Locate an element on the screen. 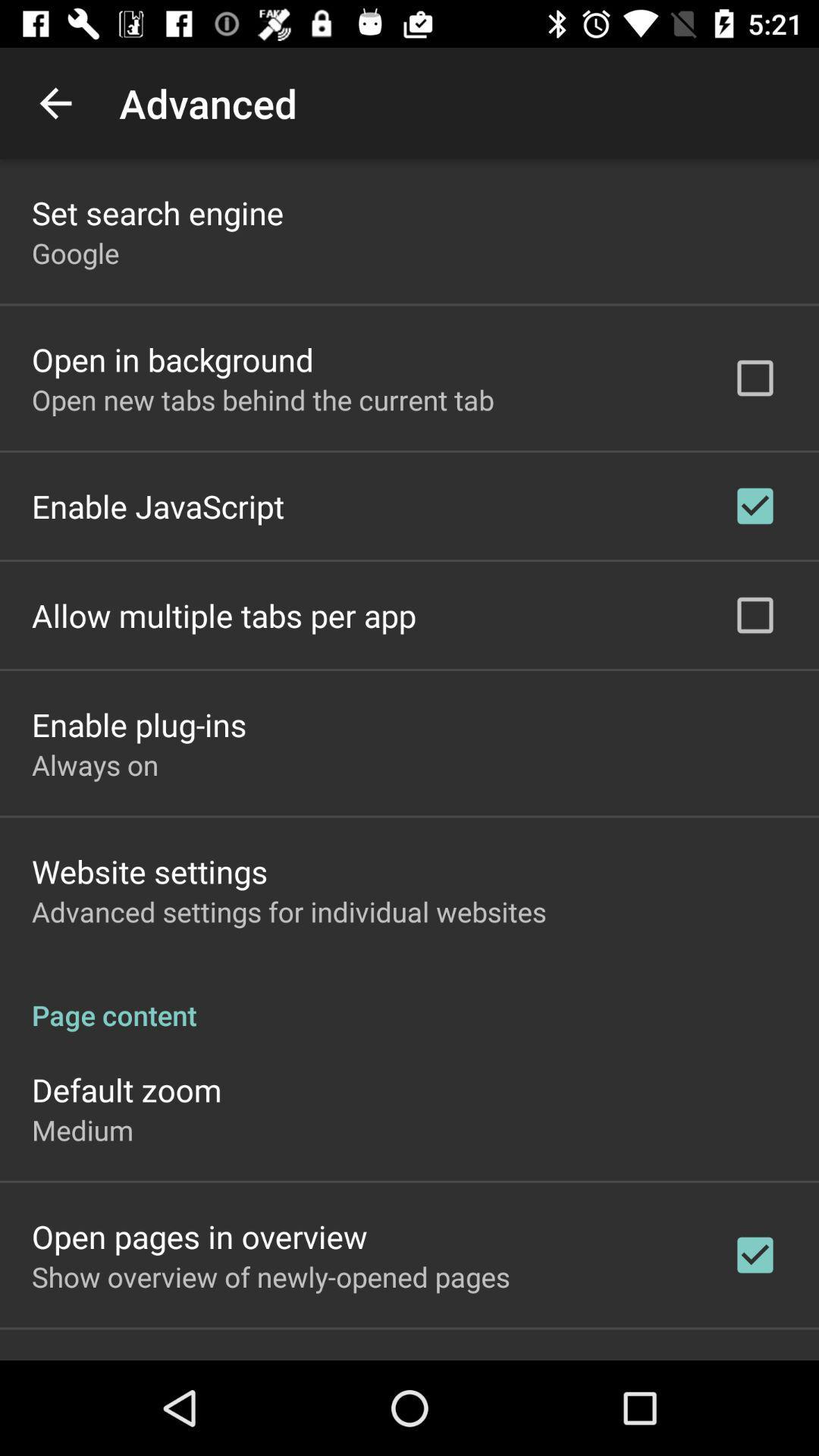 The image size is (819, 1456). advanced settings for is located at coordinates (289, 911).